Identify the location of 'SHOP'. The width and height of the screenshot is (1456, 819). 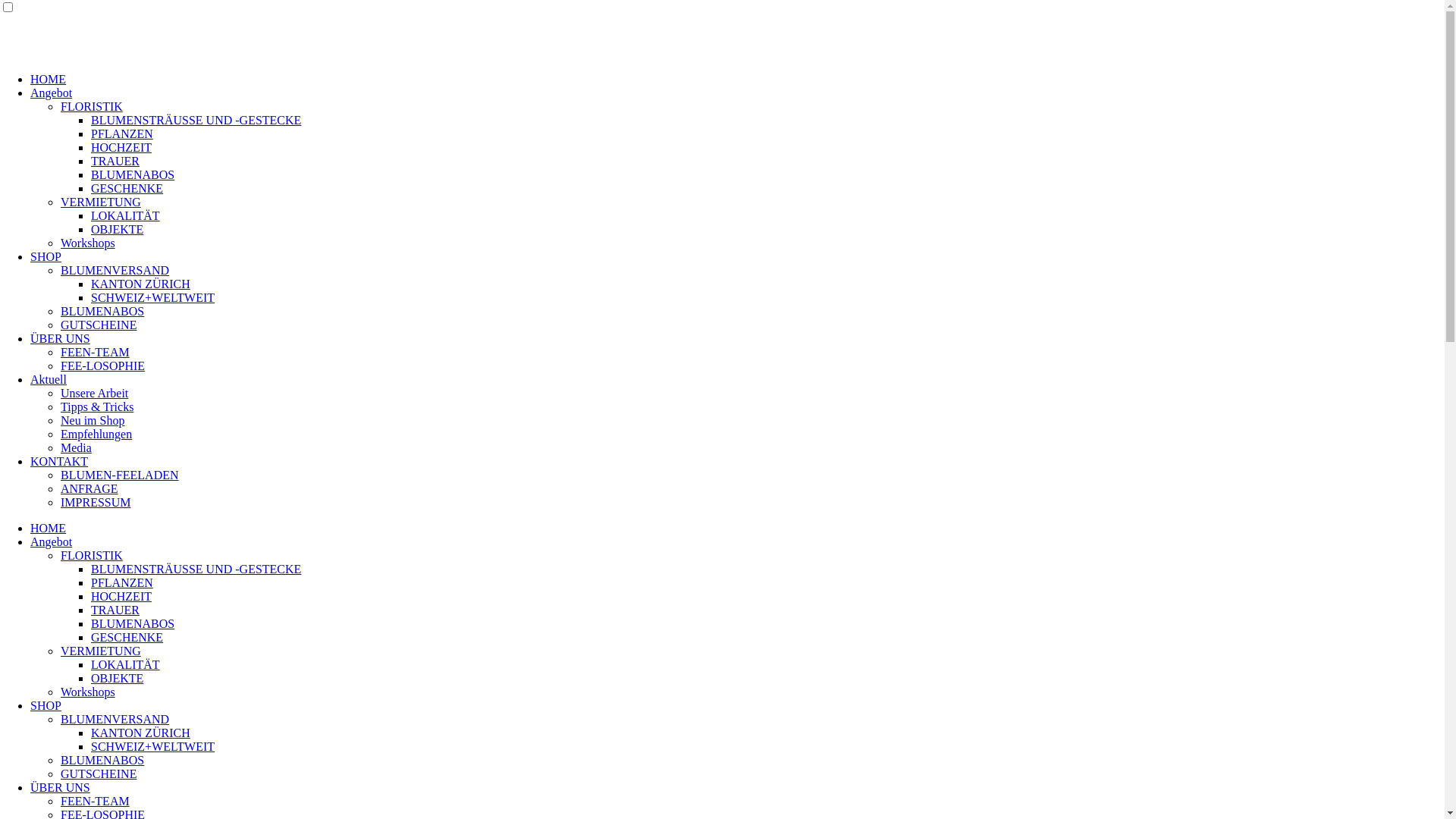
(45, 705).